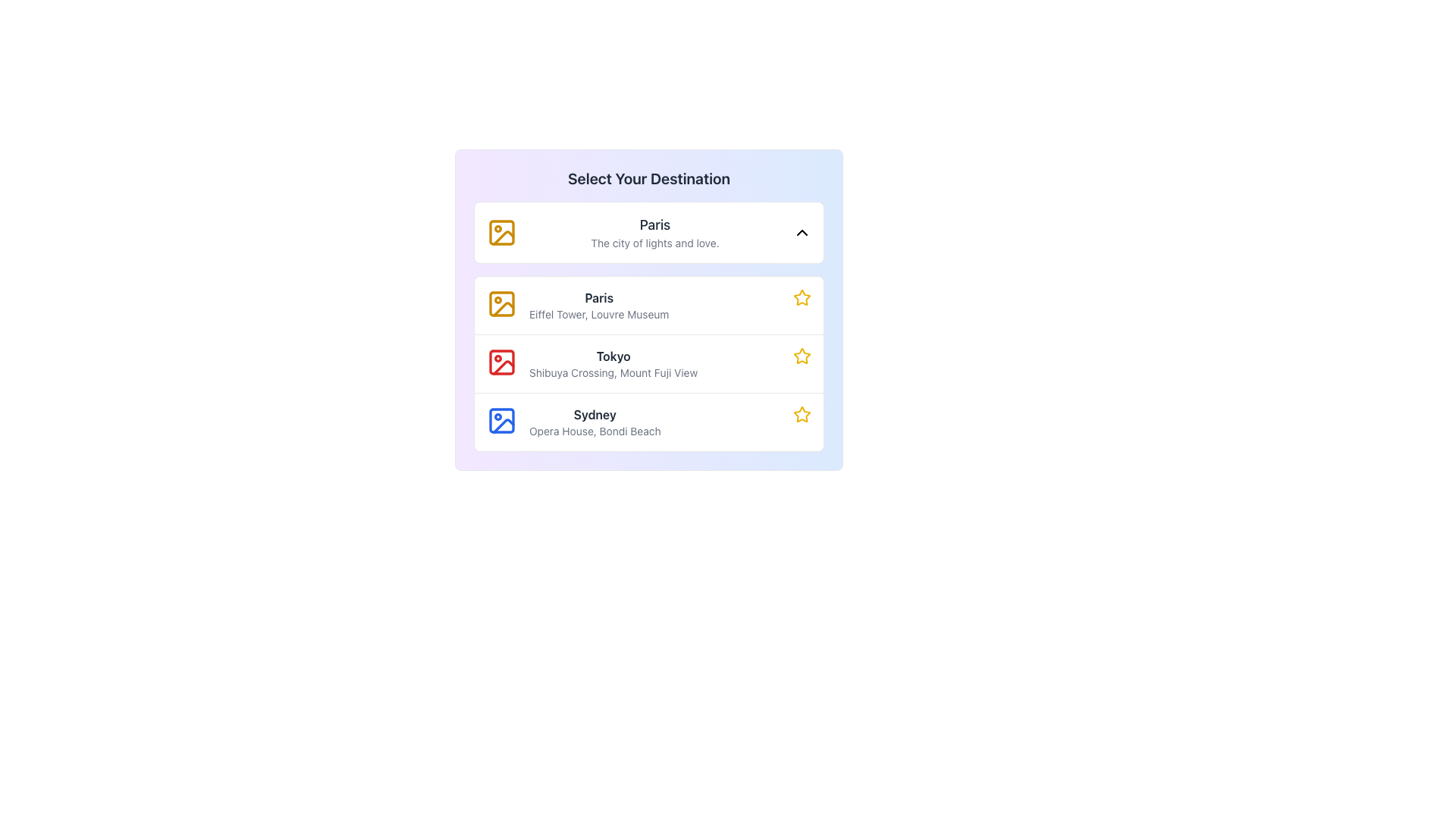  Describe the element at coordinates (502, 362) in the screenshot. I see `the decorative icon associated with the list item 'Tokyo' located at the left of its row in the vertical list of destinations` at that location.